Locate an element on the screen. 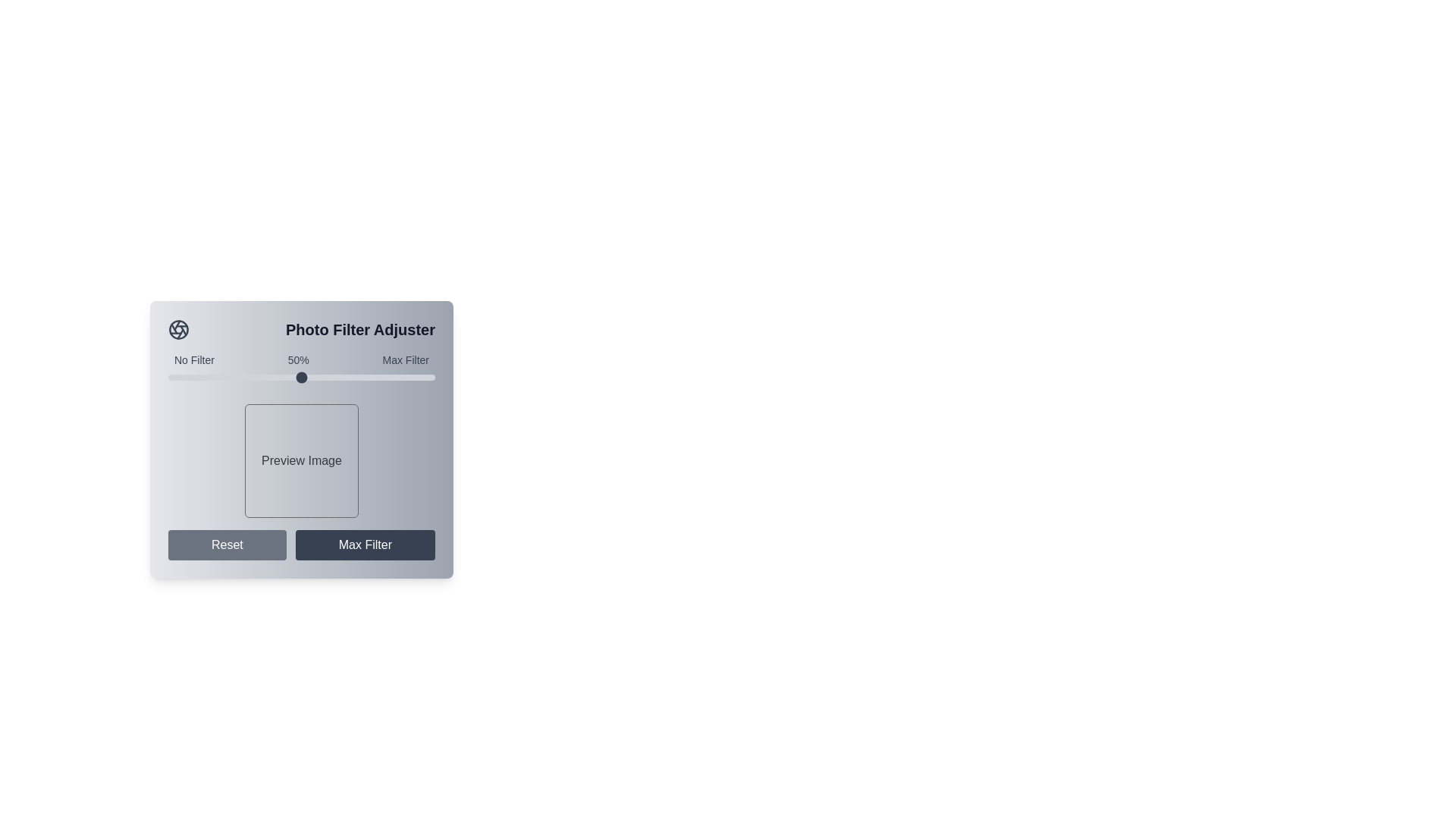 Image resolution: width=1456 pixels, height=819 pixels. the static text label that indicates the minimum intensity for the filter adjustment, located to the left of the '50%' label and above the slider bar is located at coordinates (193, 359).